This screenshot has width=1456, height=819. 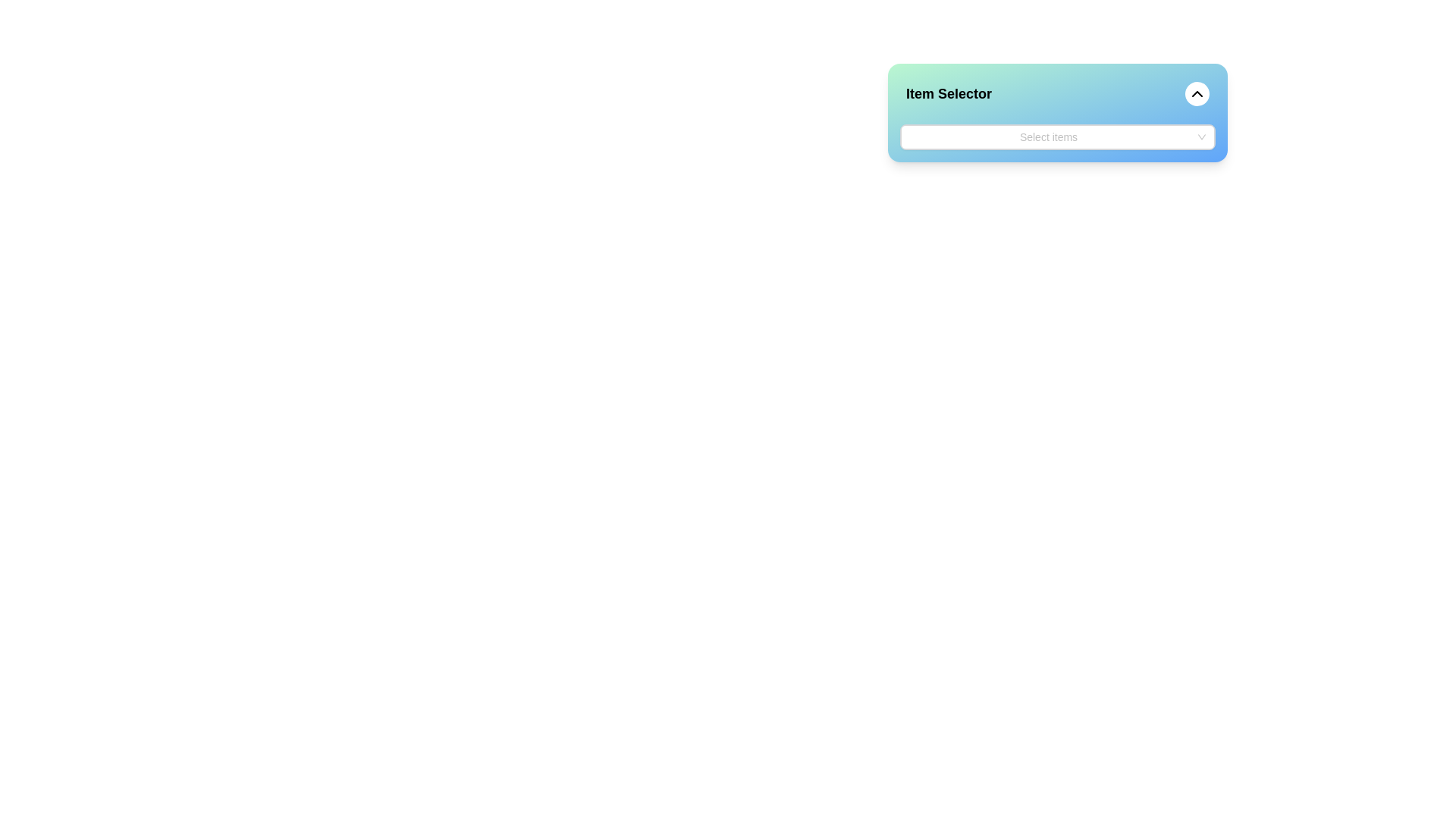 I want to click on the dropdown menu labeled 'Select items', so click(x=1057, y=137).